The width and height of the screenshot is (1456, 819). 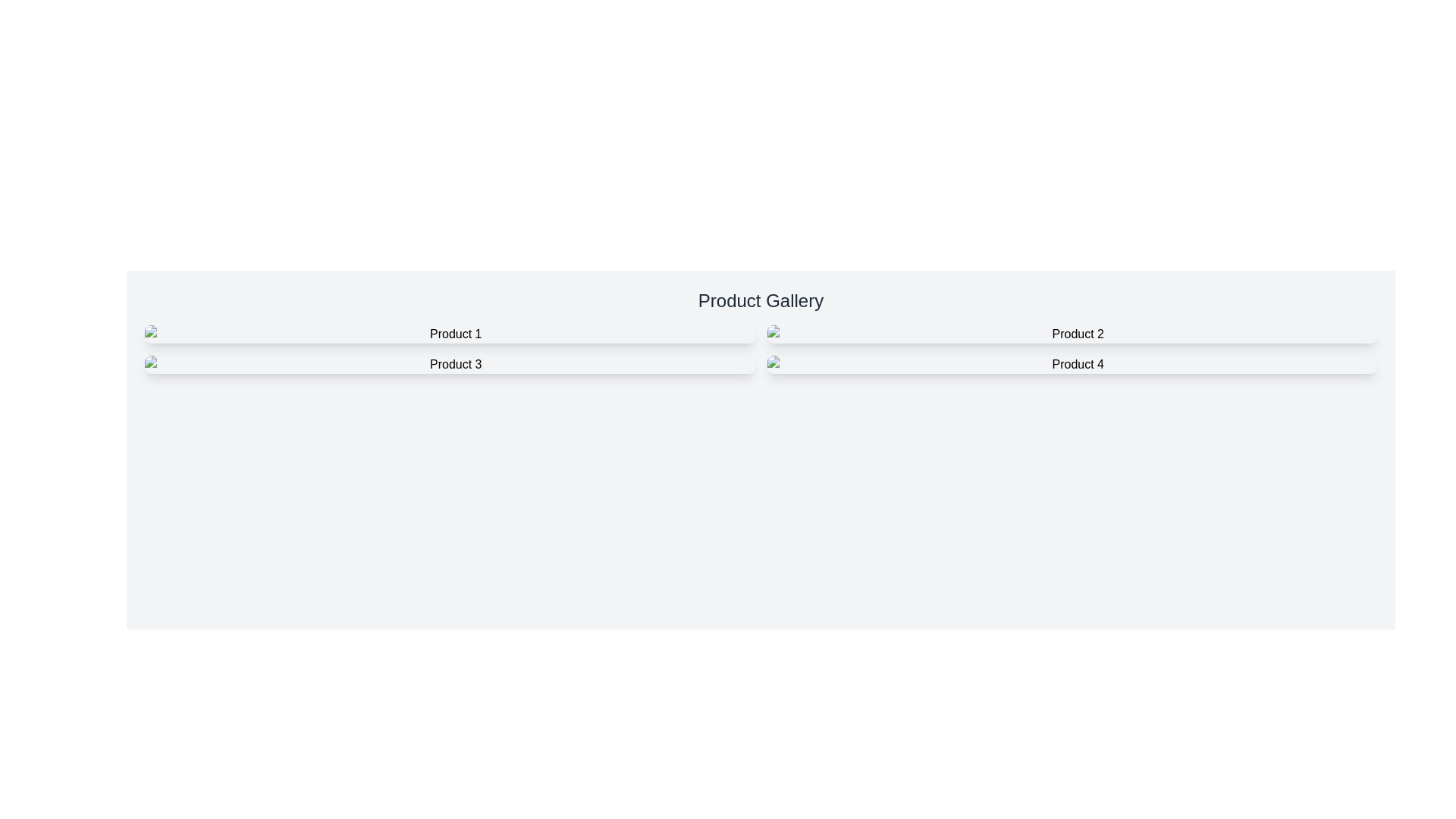 What do you see at coordinates (1071, 333) in the screenshot?
I see `the grid item displaying 'Product 2' in the 'Product Gallery'` at bounding box center [1071, 333].